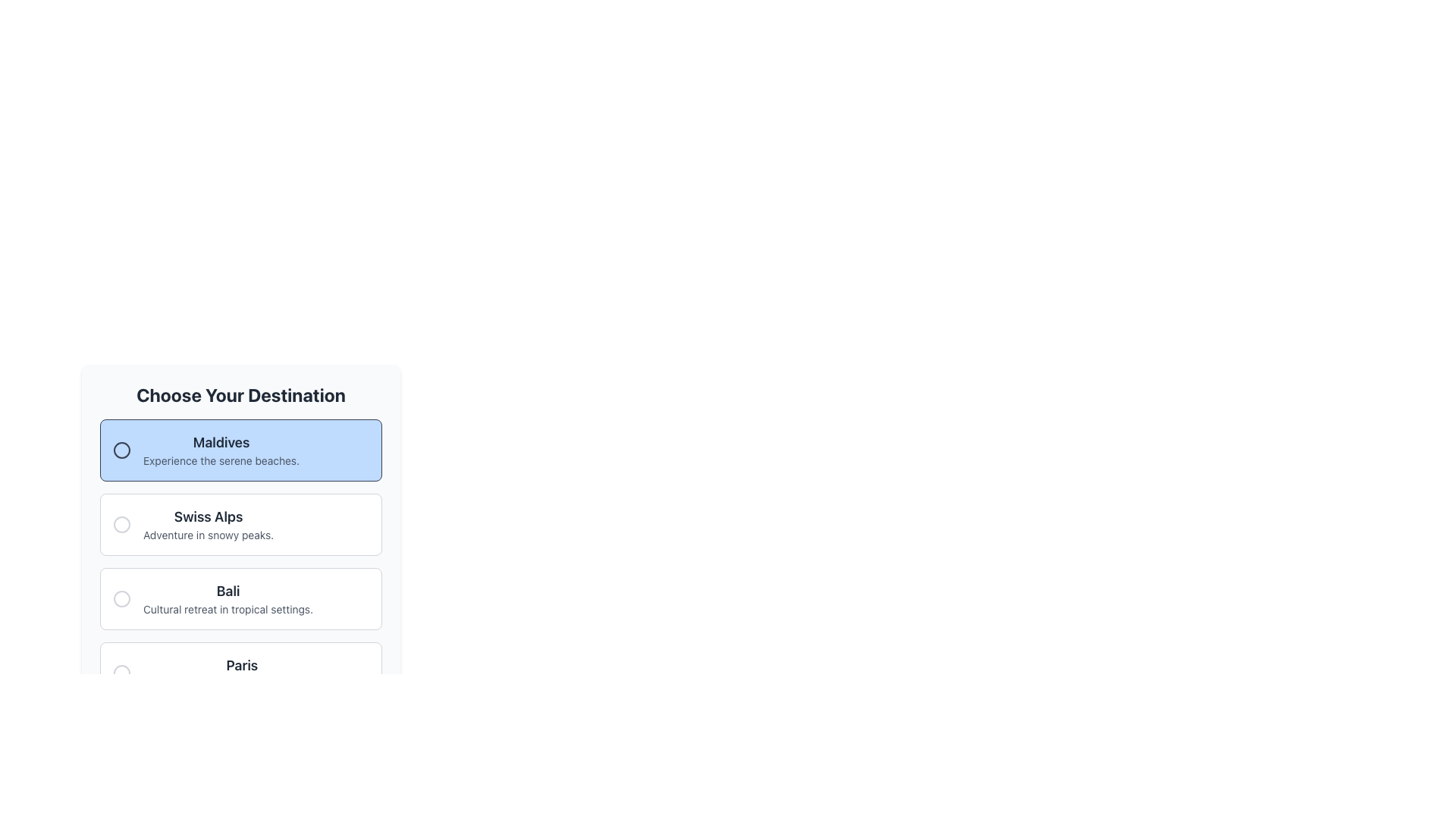 The image size is (1456, 819). Describe the element at coordinates (241, 672) in the screenshot. I see `the text label 'Paris'` at that location.